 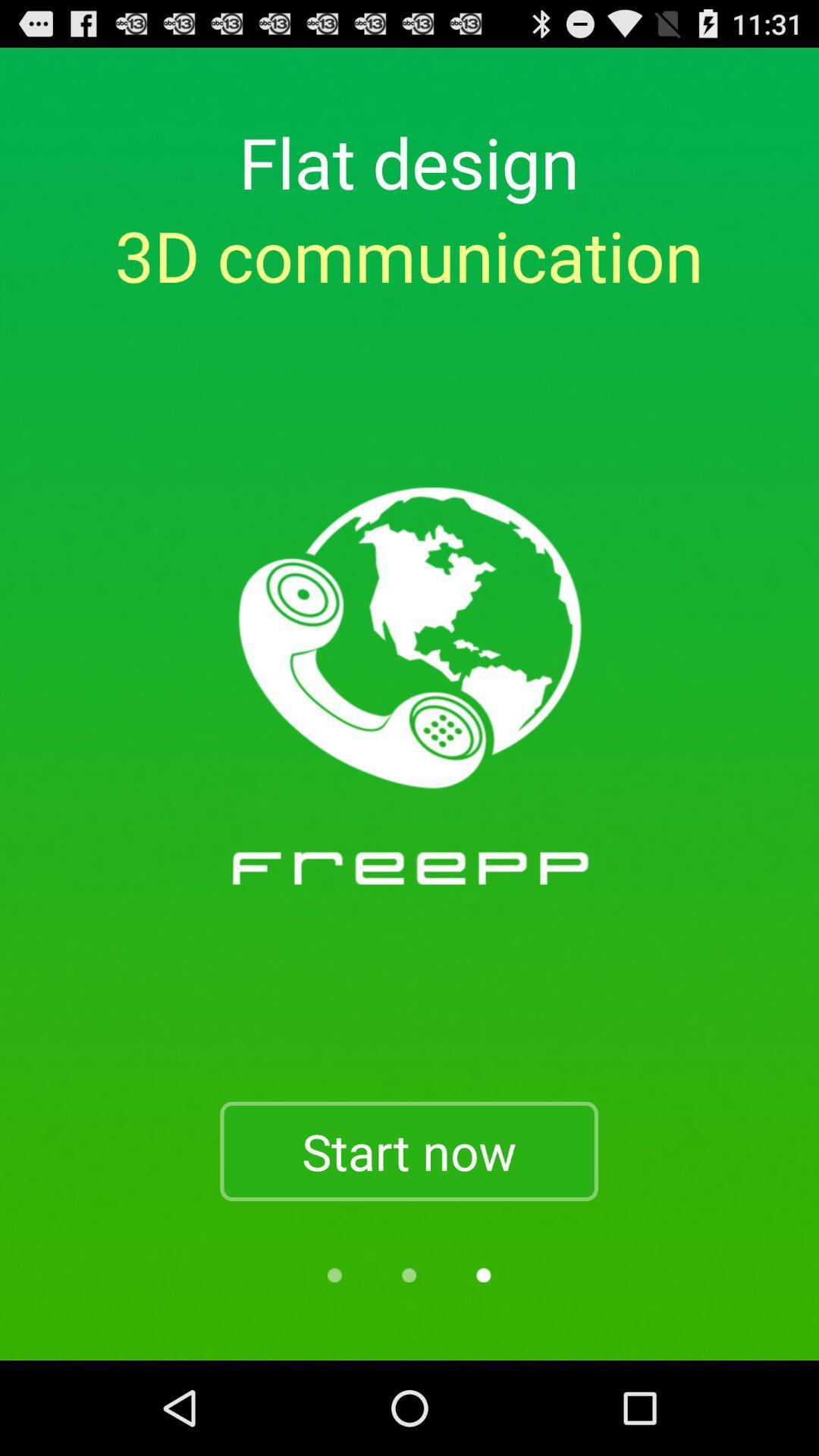 I want to click on next, so click(x=483, y=1274).